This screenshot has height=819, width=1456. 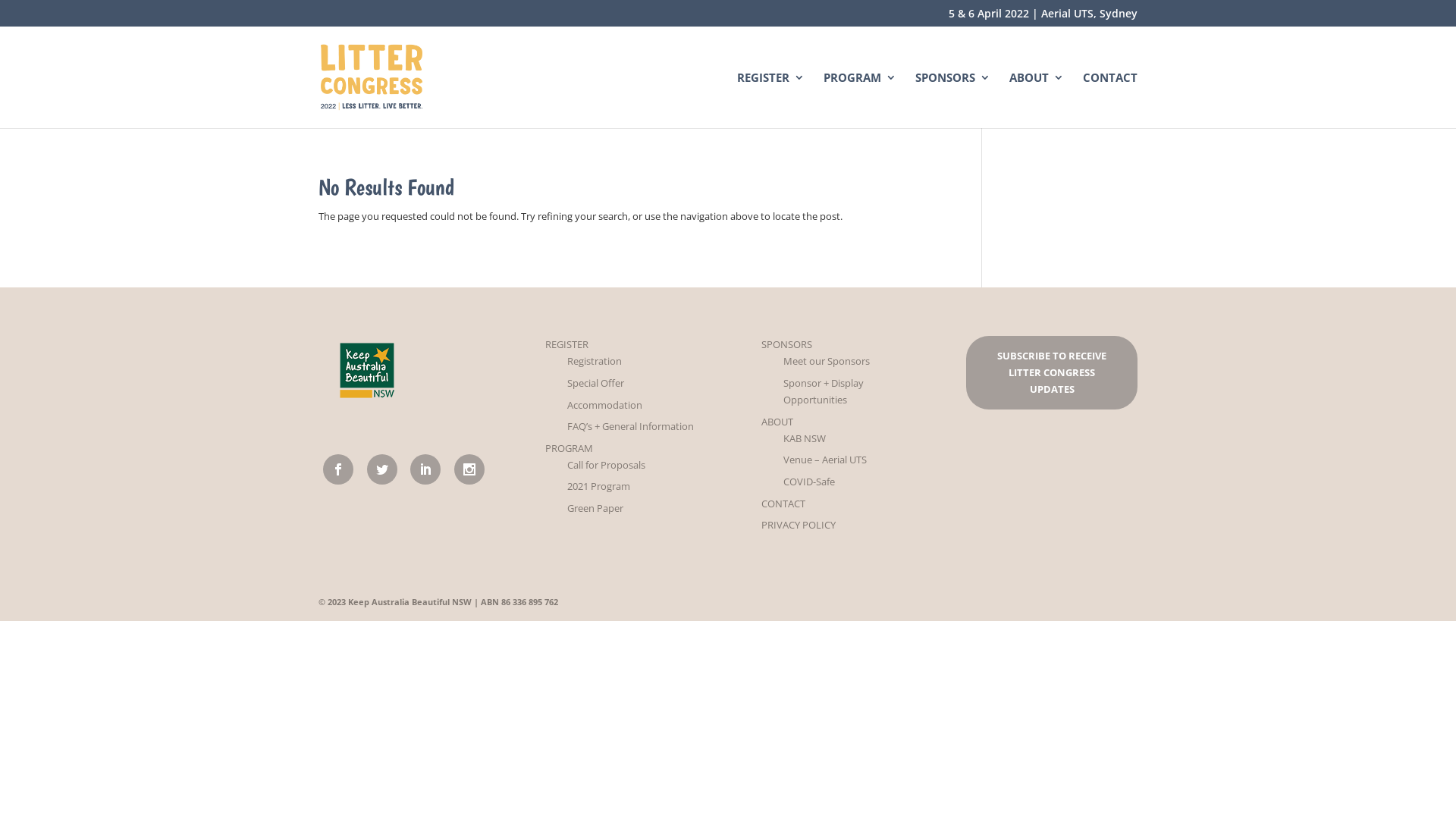 What do you see at coordinates (783, 438) in the screenshot?
I see `'KAB NSW'` at bounding box center [783, 438].